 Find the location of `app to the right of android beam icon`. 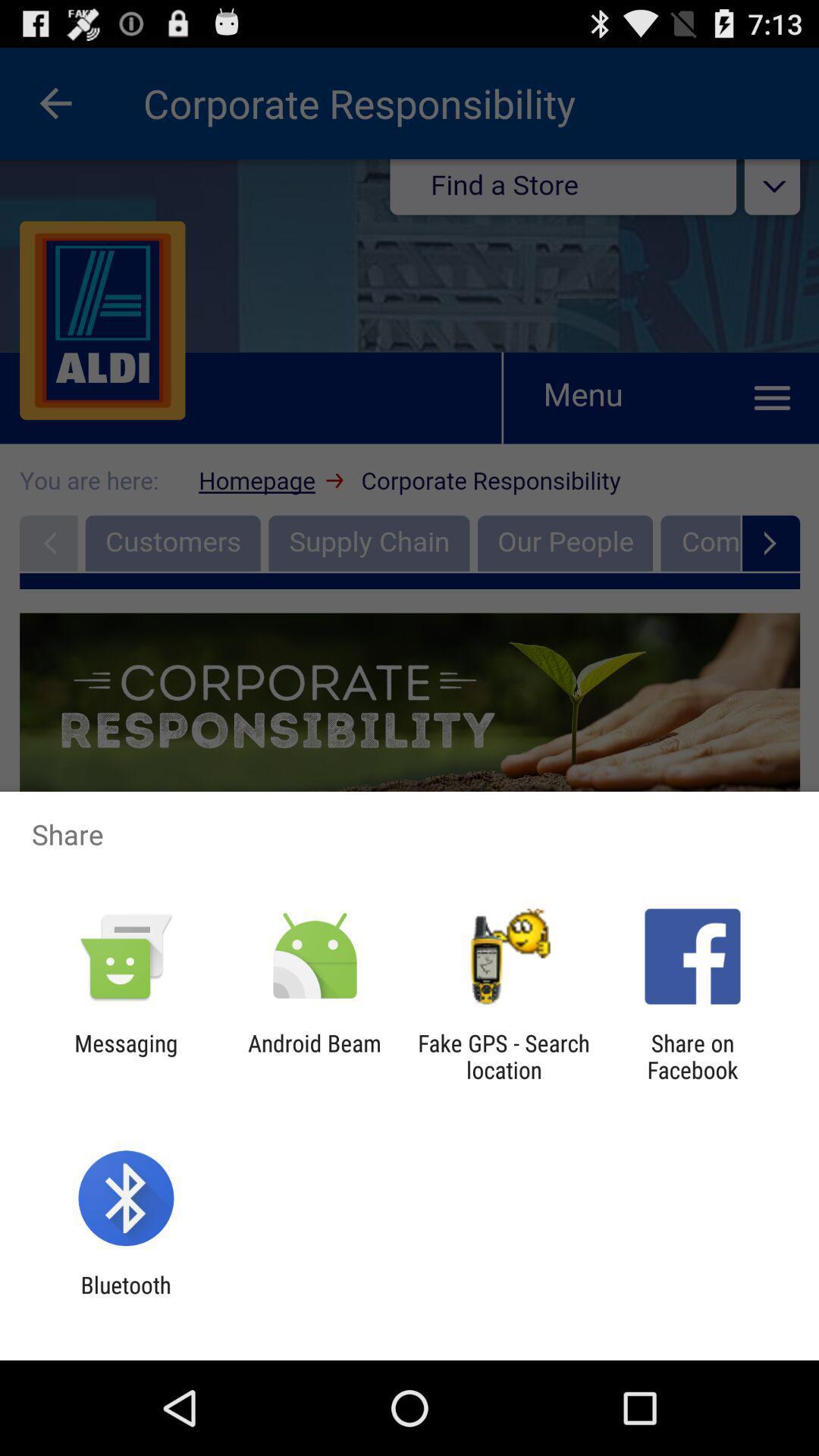

app to the right of android beam icon is located at coordinates (504, 1056).